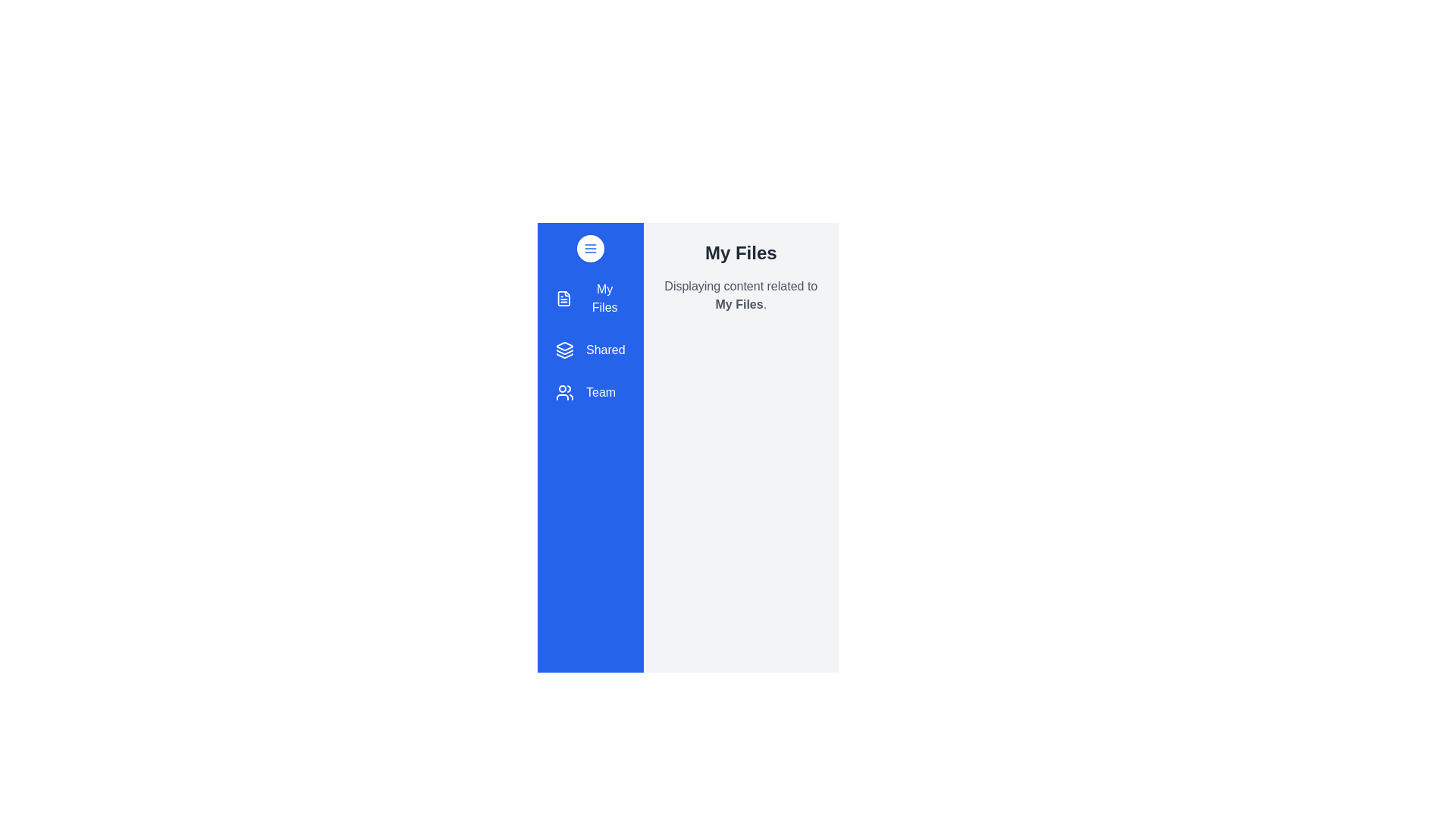 Image resolution: width=1456 pixels, height=819 pixels. What do you see at coordinates (588, 391) in the screenshot?
I see `the section Team in the drawer to view its content` at bounding box center [588, 391].